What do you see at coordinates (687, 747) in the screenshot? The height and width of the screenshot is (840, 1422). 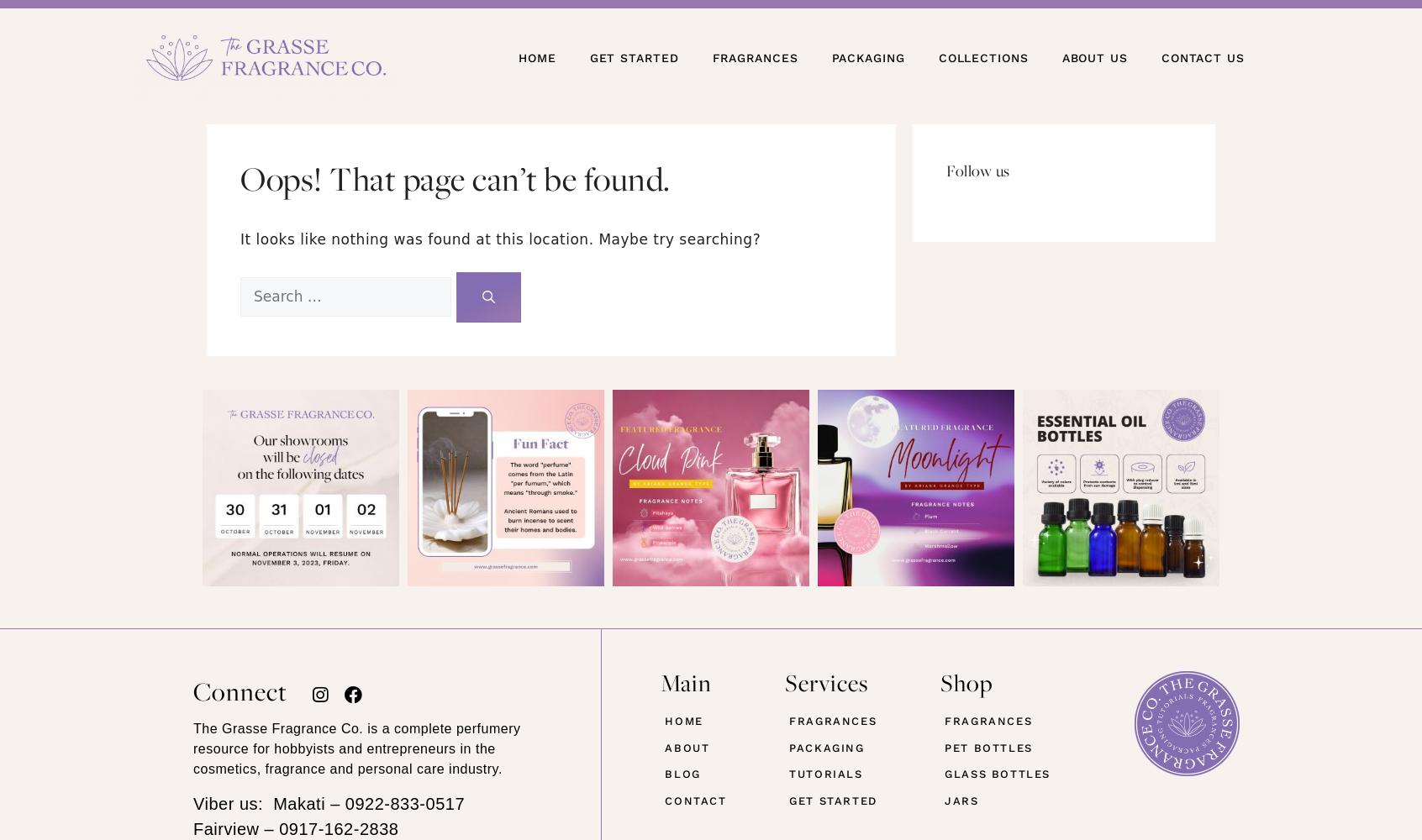 I see `'ABOUT'` at bounding box center [687, 747].